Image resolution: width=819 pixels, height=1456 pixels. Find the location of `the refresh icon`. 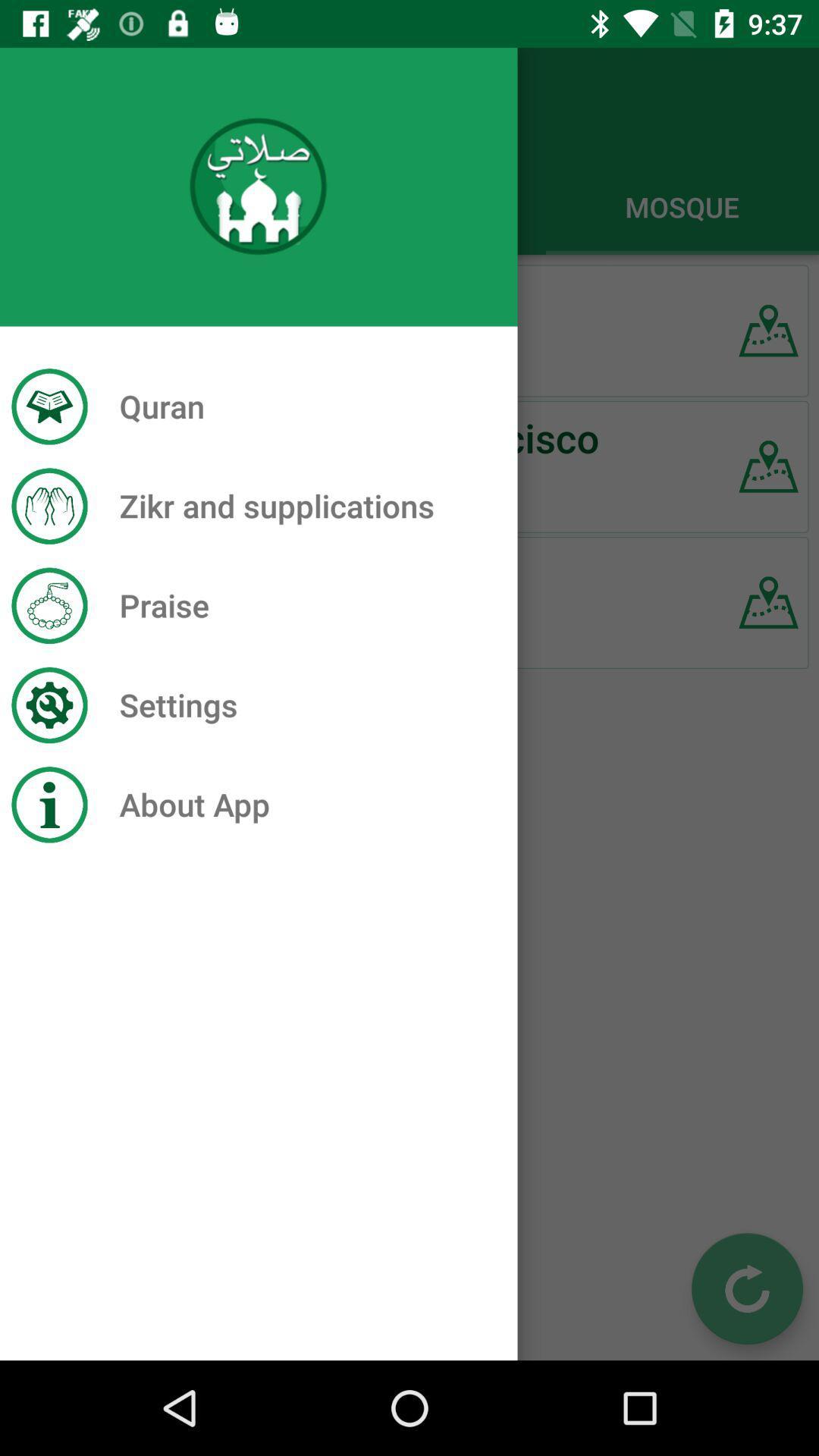

the refresh icon is located at coordinates (746, 1288).